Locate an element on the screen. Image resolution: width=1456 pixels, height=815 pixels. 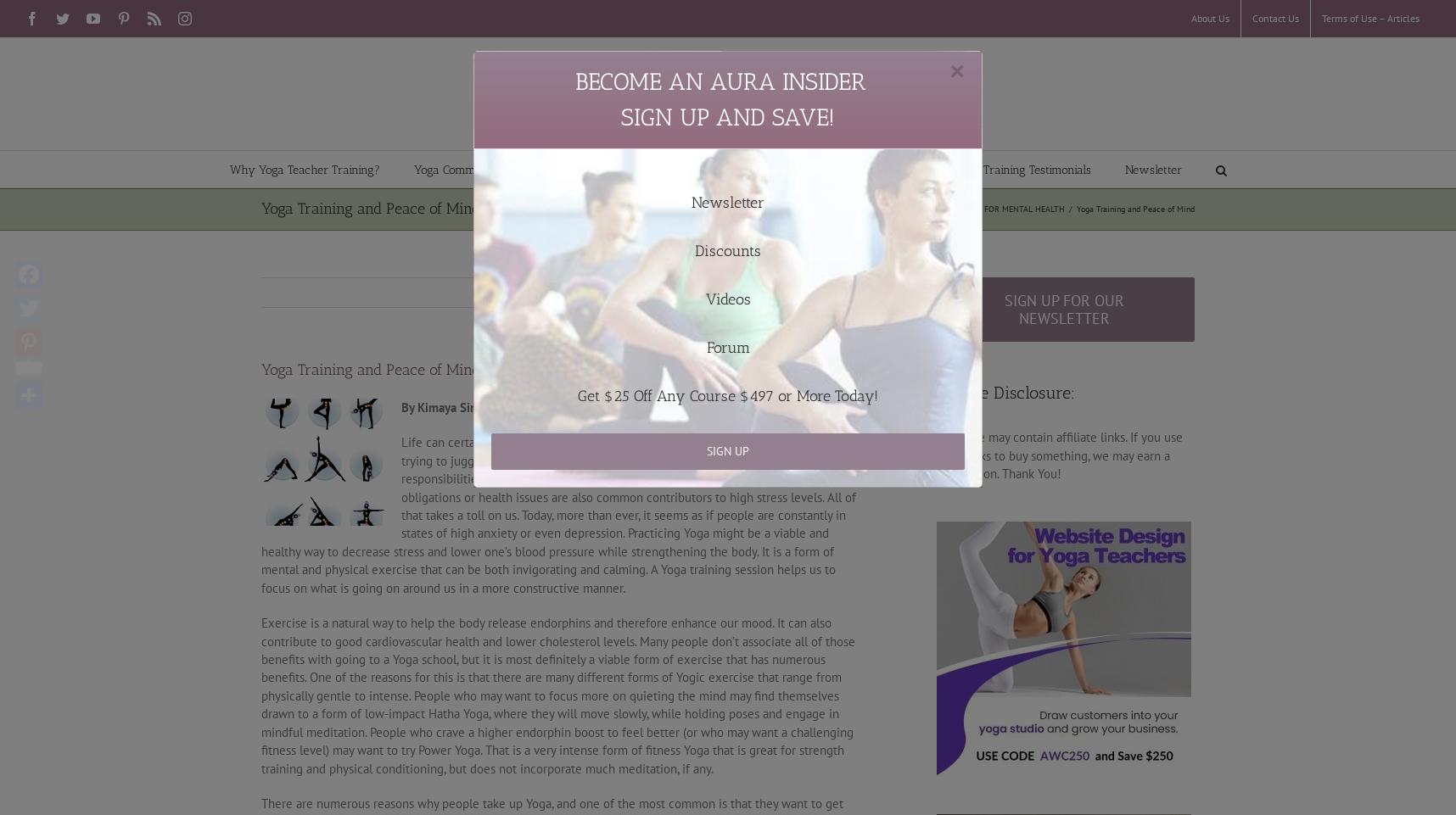
'Videos' is located at coordinates (727, 298).